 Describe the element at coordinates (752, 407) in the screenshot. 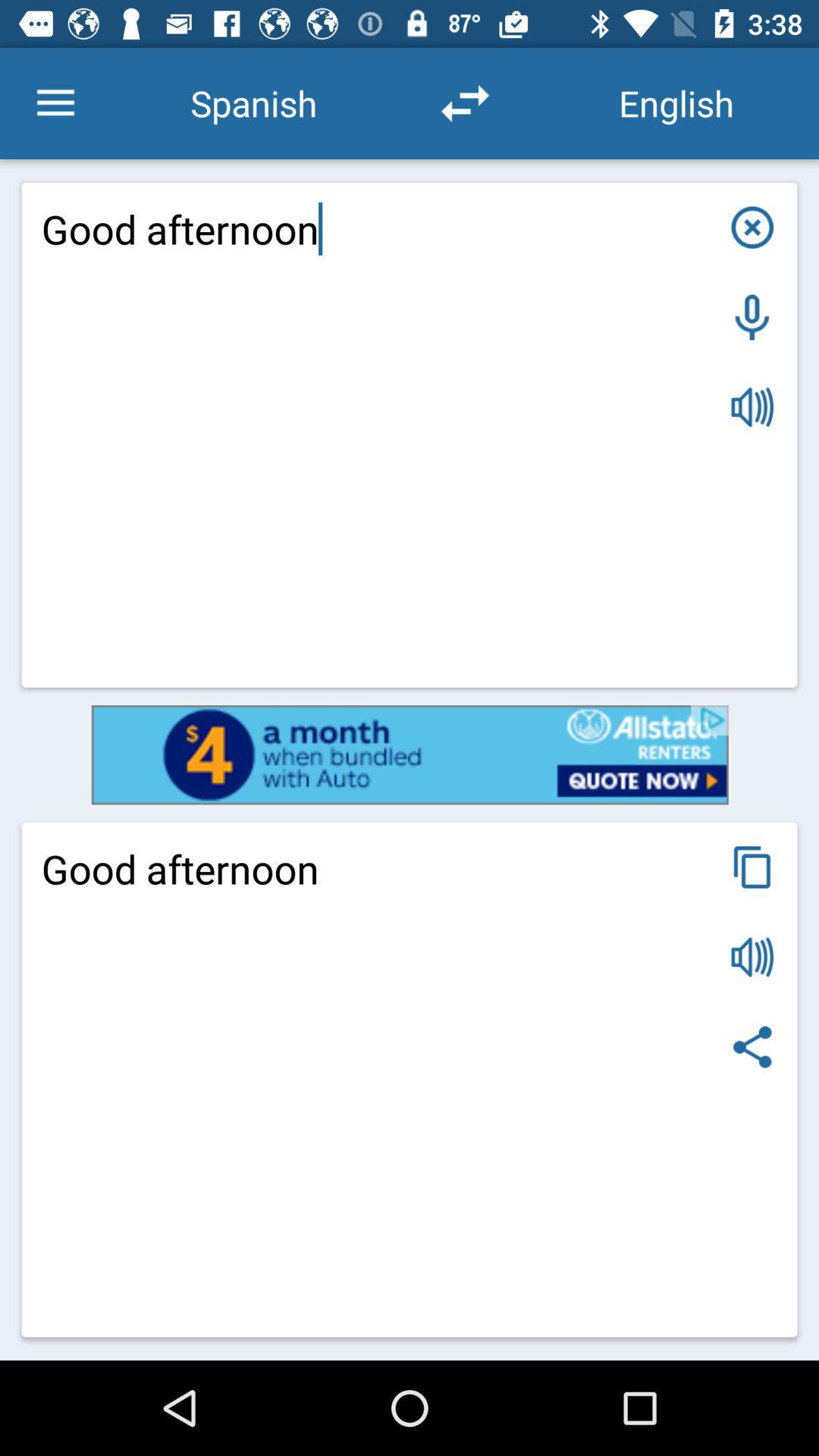

I see `volume adjustment` at that location.